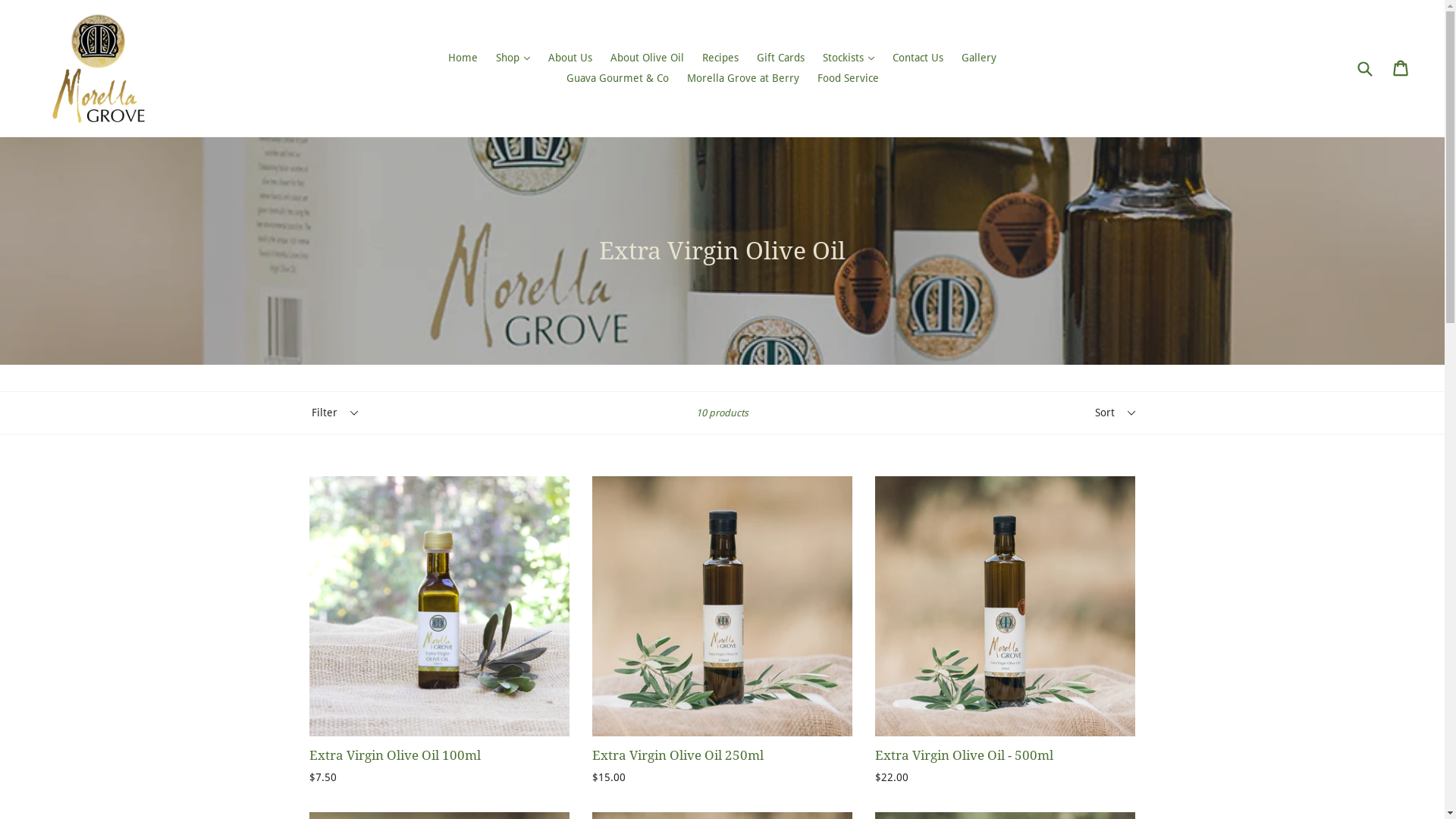 This screenshot has height=819, width=1456. What do you see at coordinates (952, 57) in the screenshot?
I see `'Gallery'` at bounding box center [952, 57].